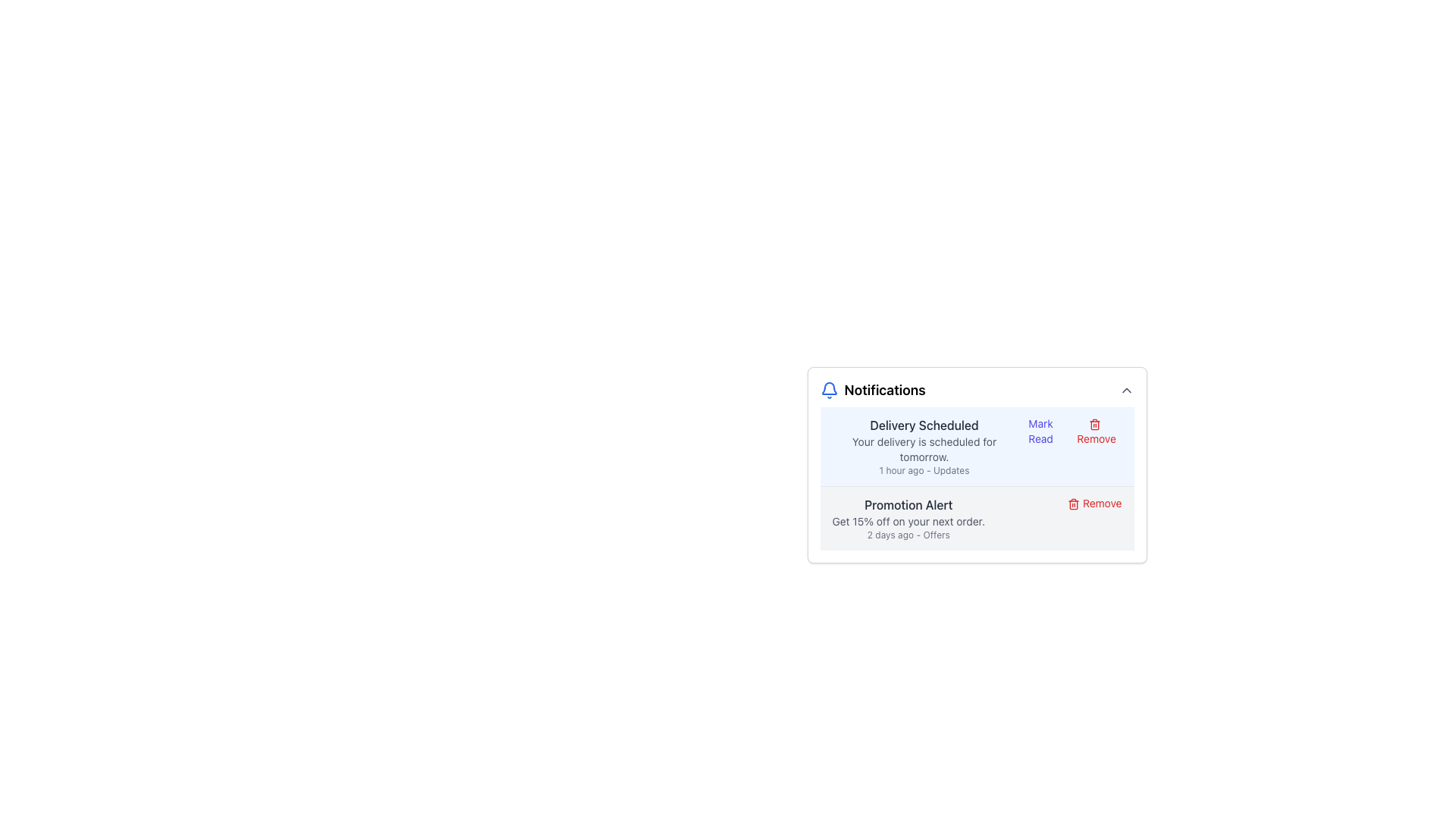 This screenshot has height=819, width=1456. What do you see at coordinates (924, 425) in the screenshot?
I see `text from the title of the notification card, which summarizes the content within the notification` at bounding box center [924, 425].